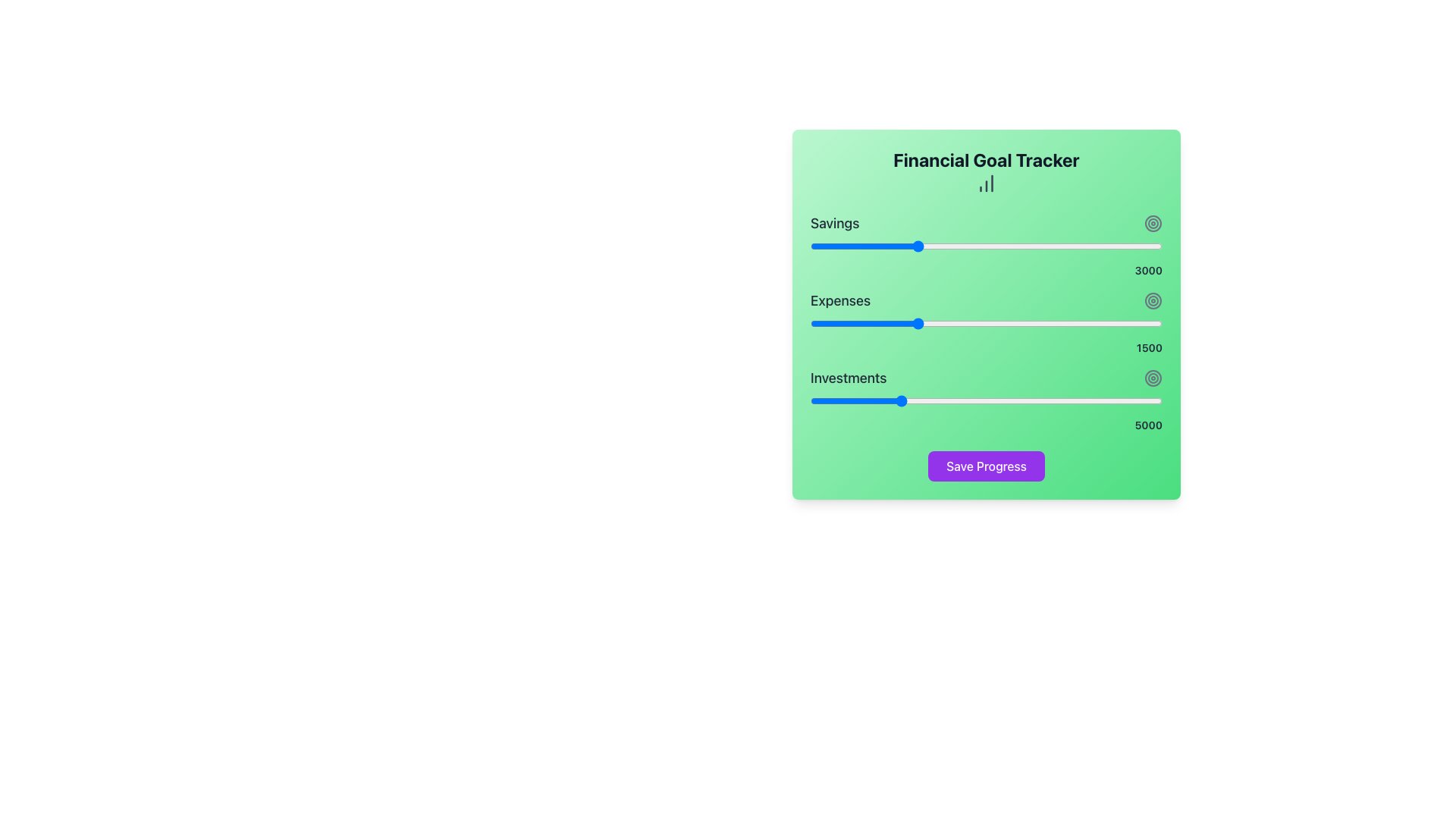  I want to click on the vibrant red horizontal slider located in the 'Expenses' section, positioned beneath the 'Expenses' label and above the value display of '1500', so click(986, 323).